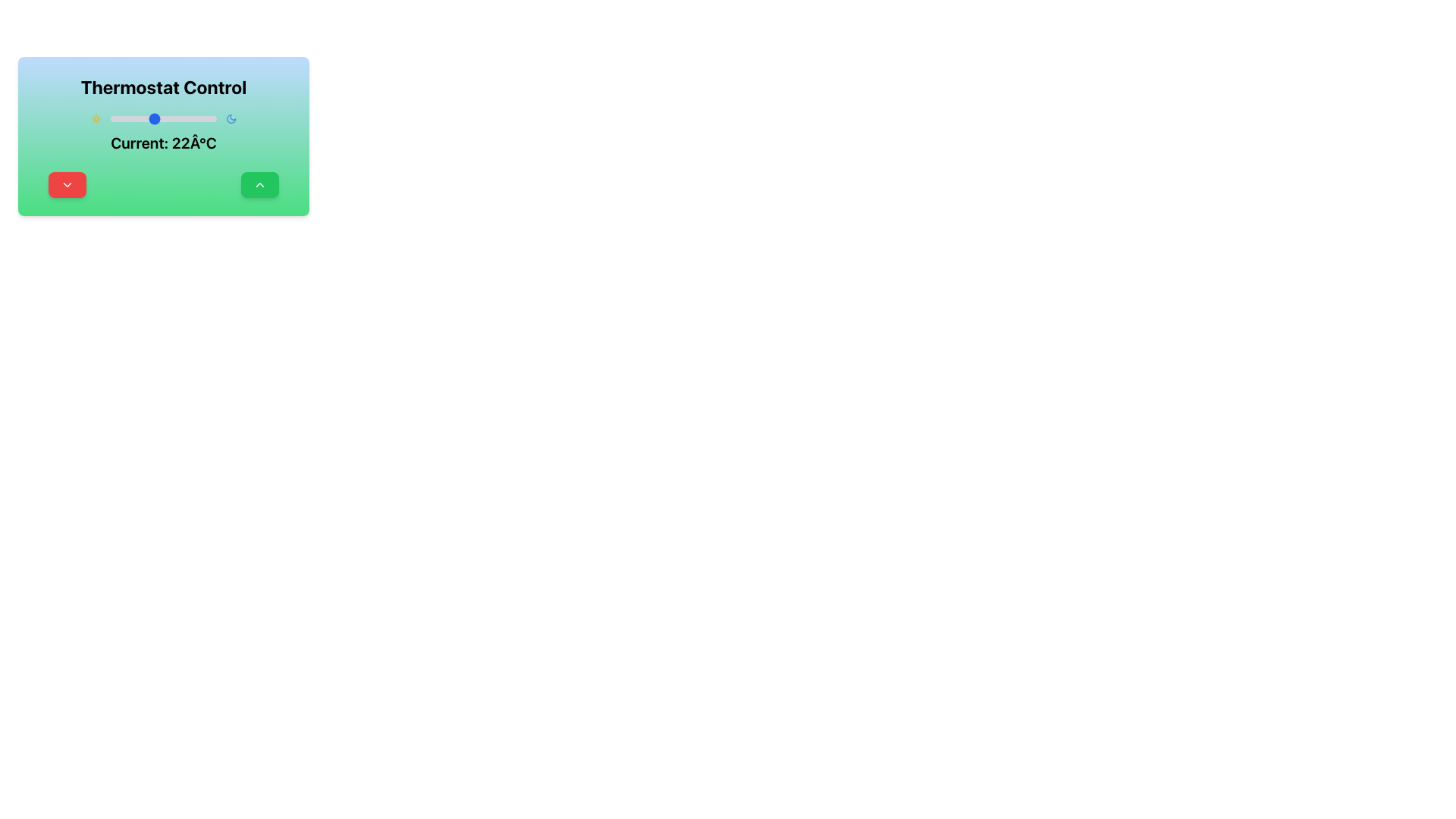 The height and width of the screenshot is (819, 1456). What do you see at coordinates (142, 118) in the screenshot?
I see `temperature` at bounding box center [142, 118].